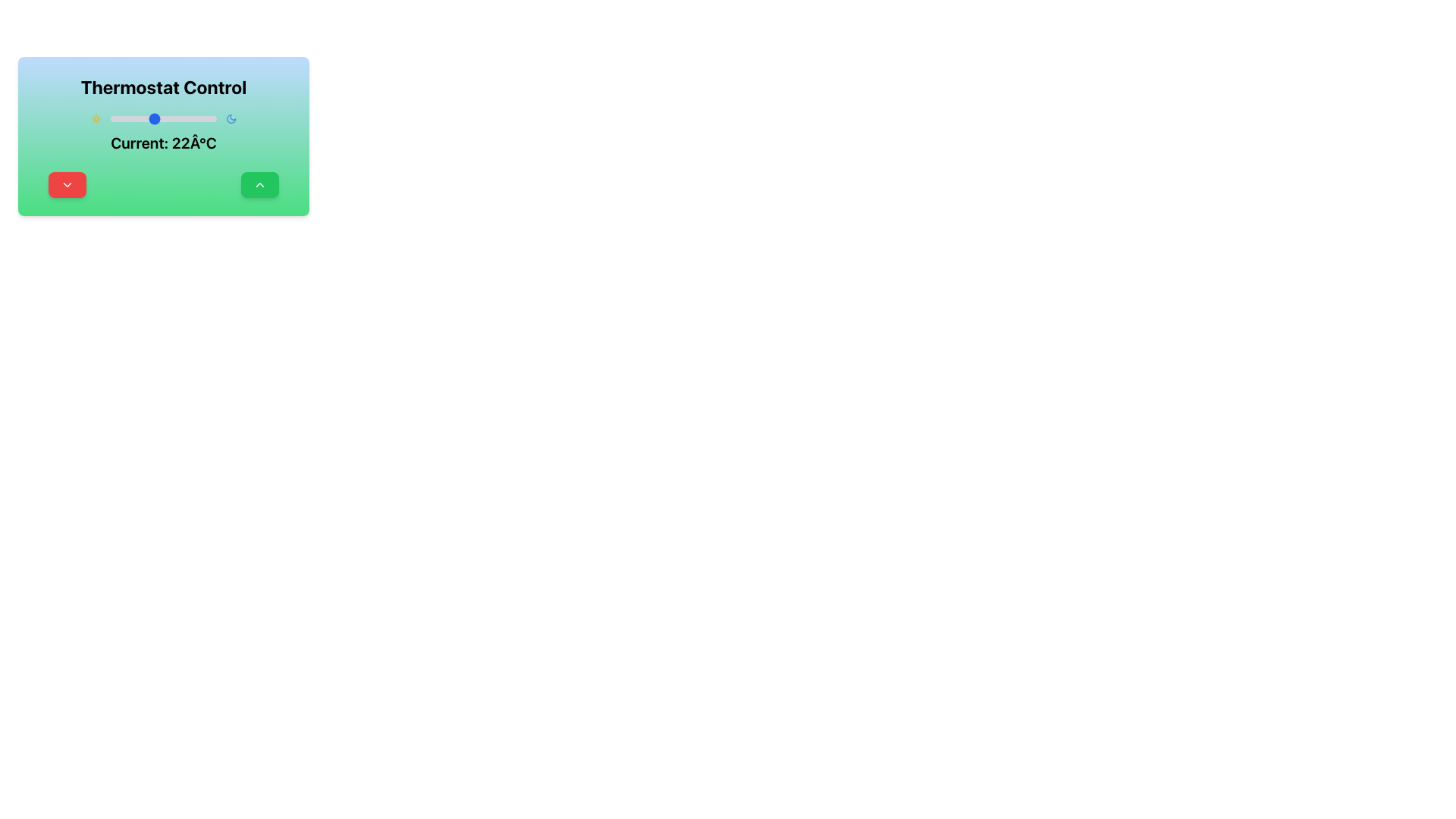 The height and width of the screenshot is (819, 1456). What do you see at coordinates (142, 118) in the screenshot?
I see `temperature` at bounding box center [142, 118].